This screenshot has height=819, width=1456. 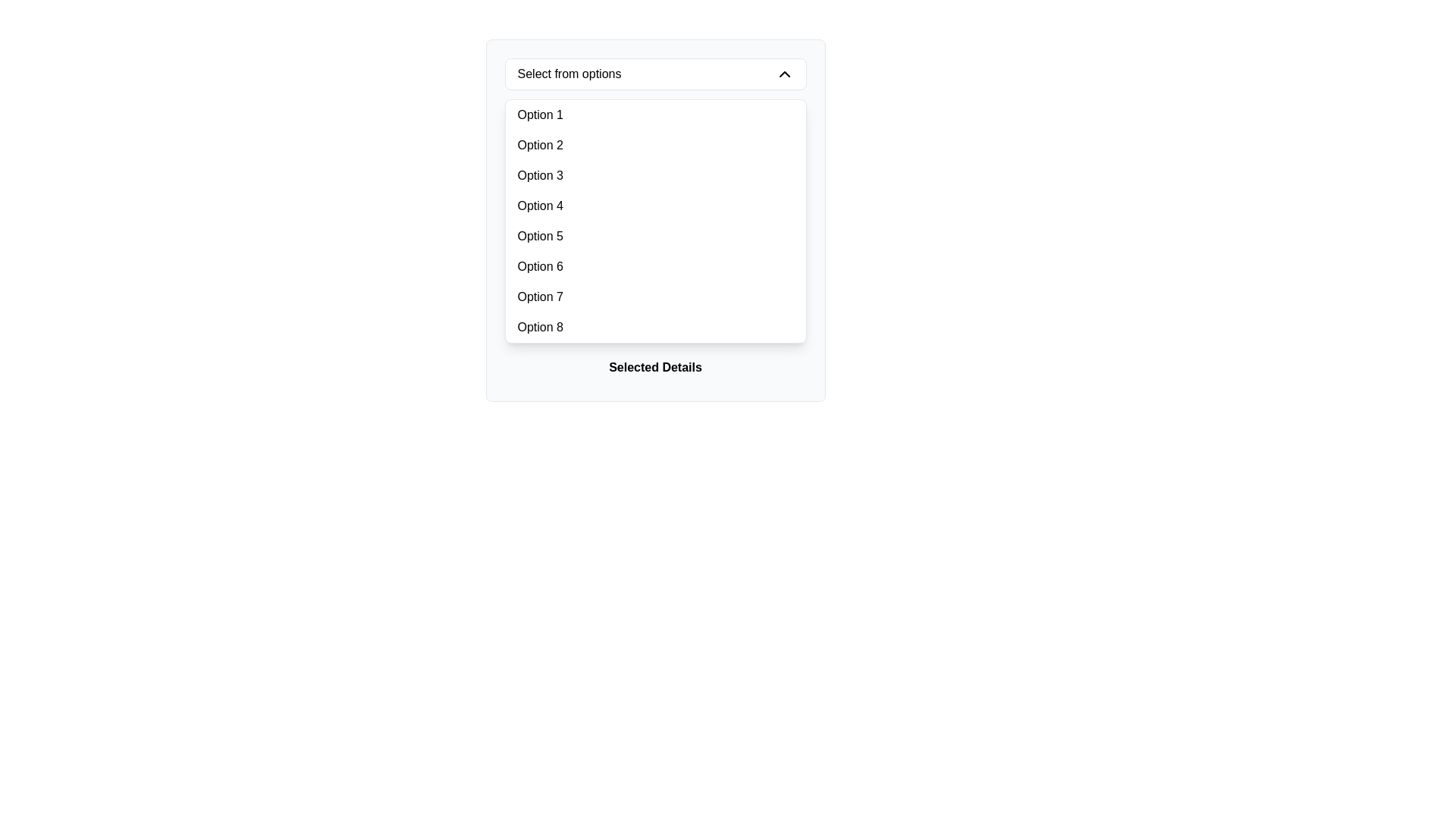 What do you see at coordinates (655, 237) in the screenshot?
I see `the fifth item in the dropdown list, located between 'Option 4' and 'Option 6'` at bounding box center [655, 237].